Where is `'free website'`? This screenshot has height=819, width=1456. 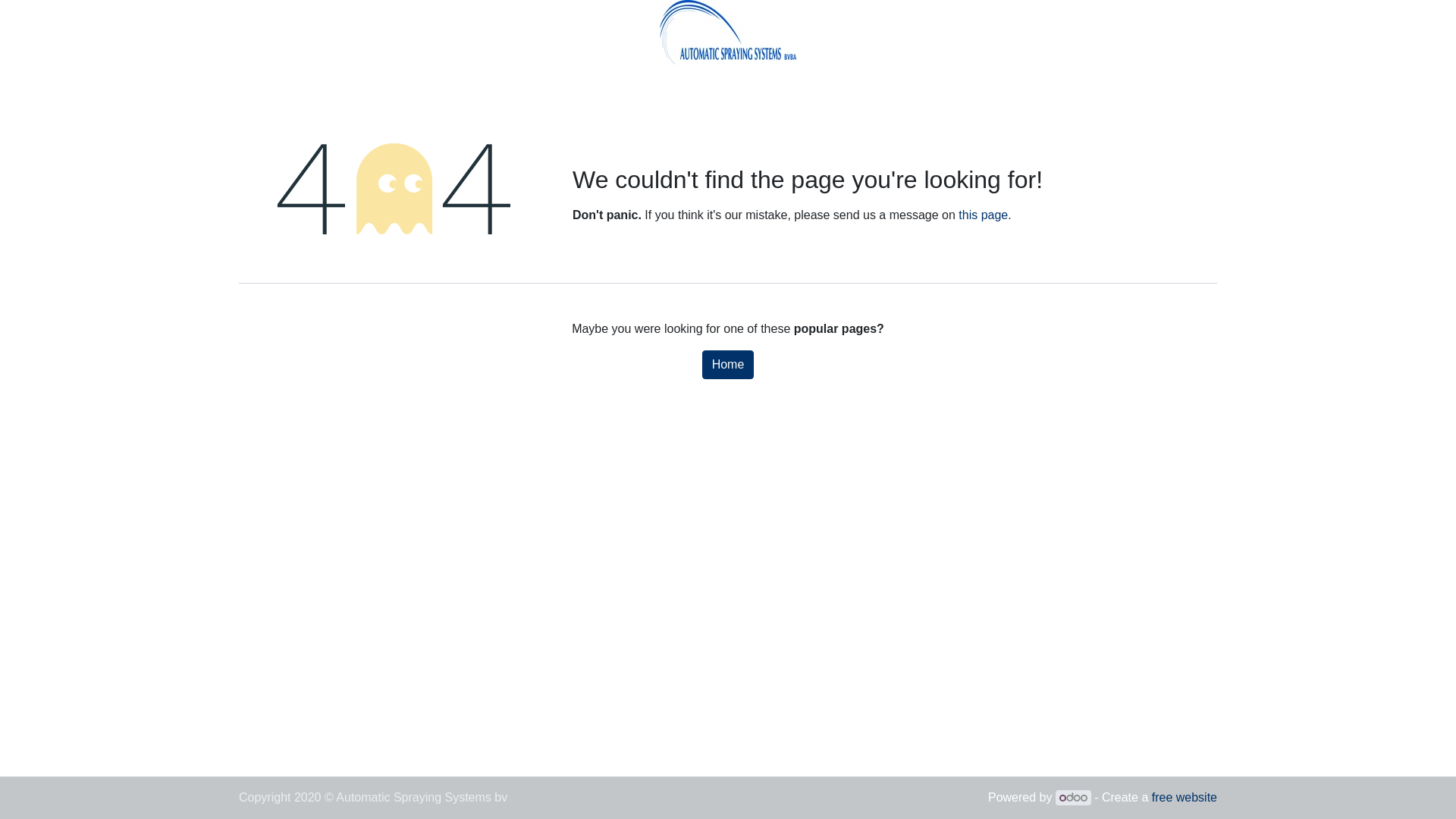
'free website' is located at coordinates (1151, 796).